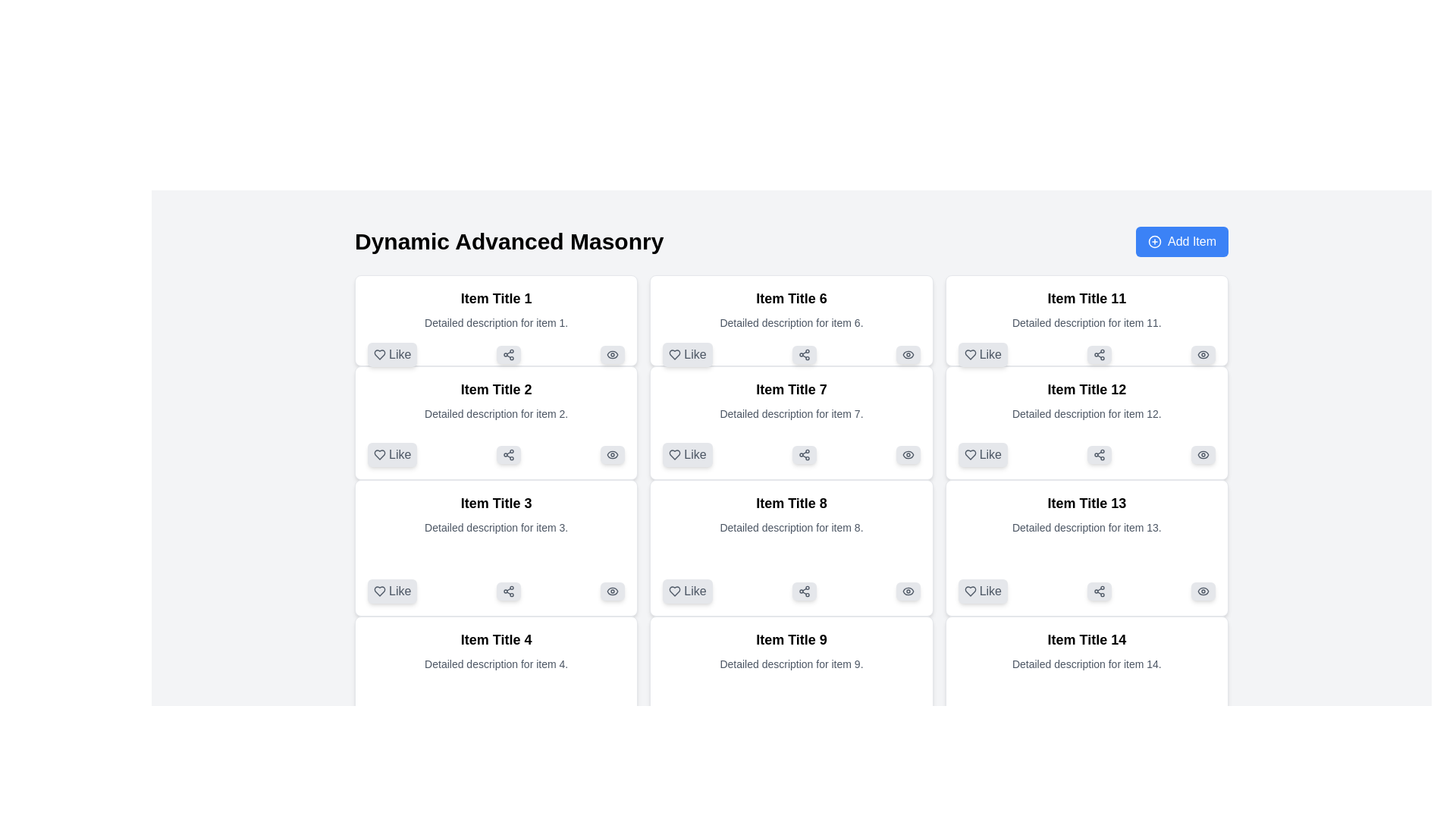 Image resolution: width=1456 pixels, height=819 pixels. I want to click on the small graphical icon resembling a share symbol, which is located below the title 'Item Title 6' in the grid layout, so click(803, 354).